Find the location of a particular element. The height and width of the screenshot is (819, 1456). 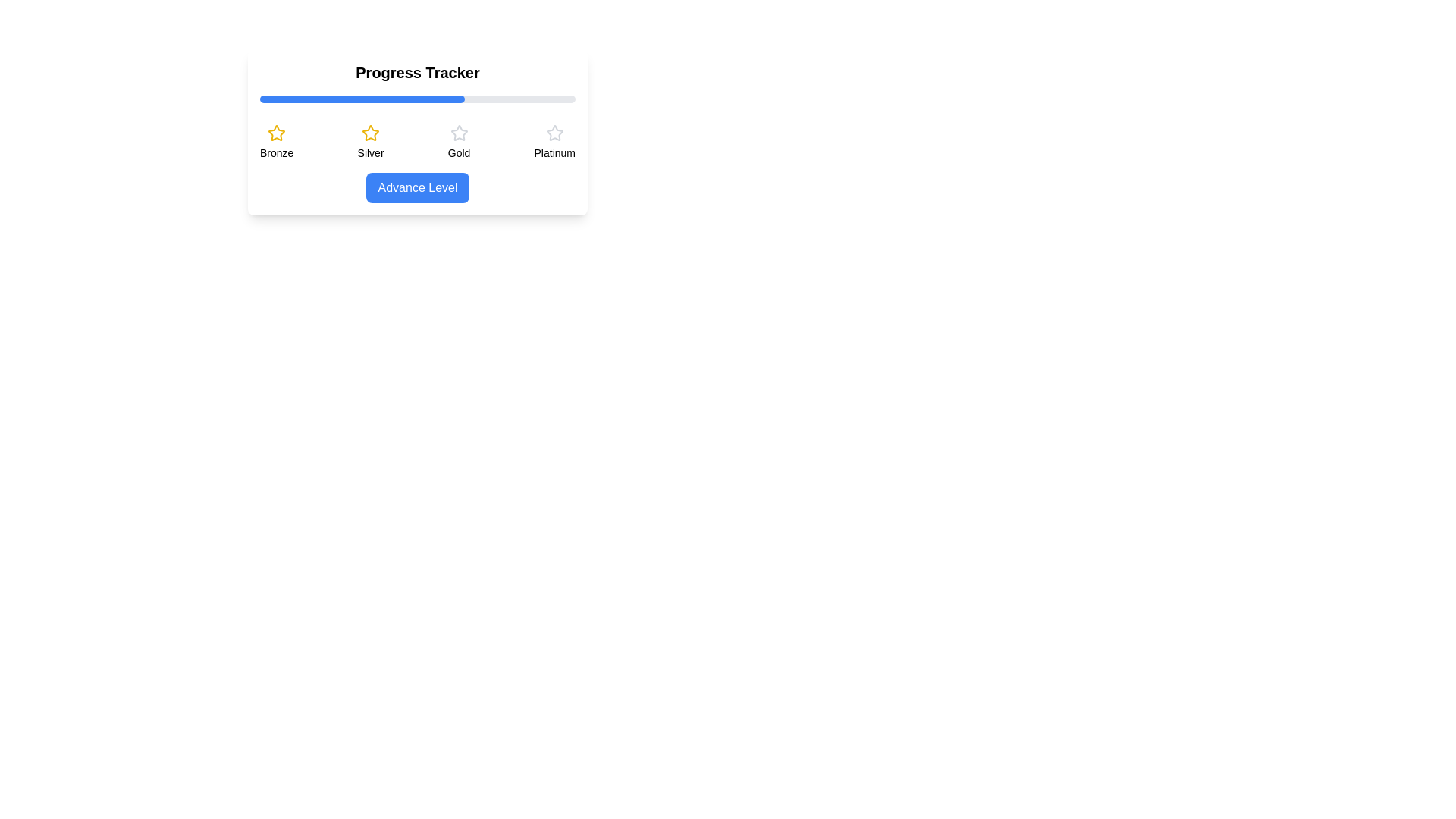

the text label displaying 'Gold', which is centrally aligned below a star icon and above the 'Advance Level' button is located at coordinates (458, 152).